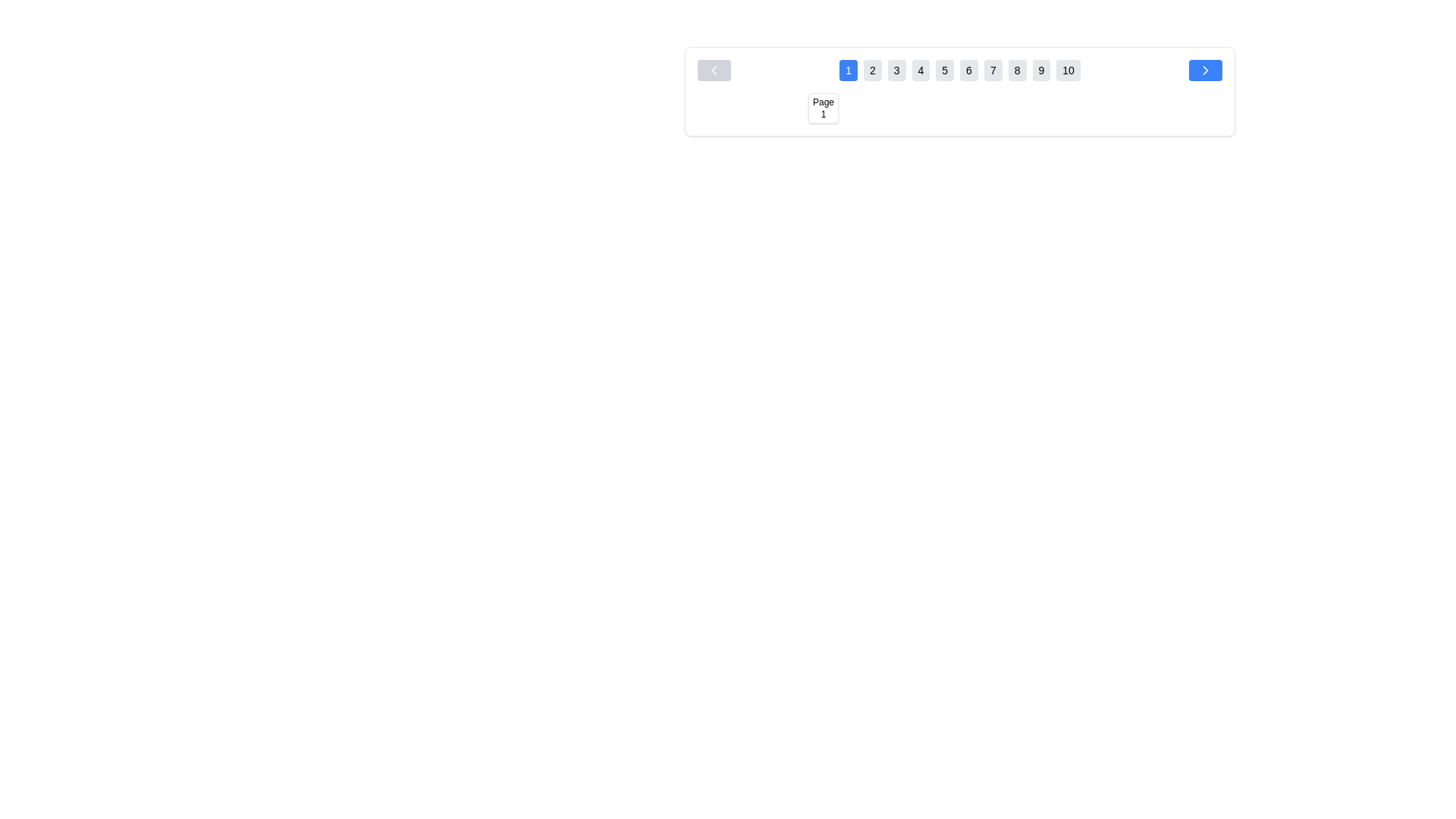  Describe the element at coordinates (896, 70) in the screenshot. I see `the rounded rectangular button labeled '3', which has a light gray background and is positioned between buttons '2' and '4'` at that location.